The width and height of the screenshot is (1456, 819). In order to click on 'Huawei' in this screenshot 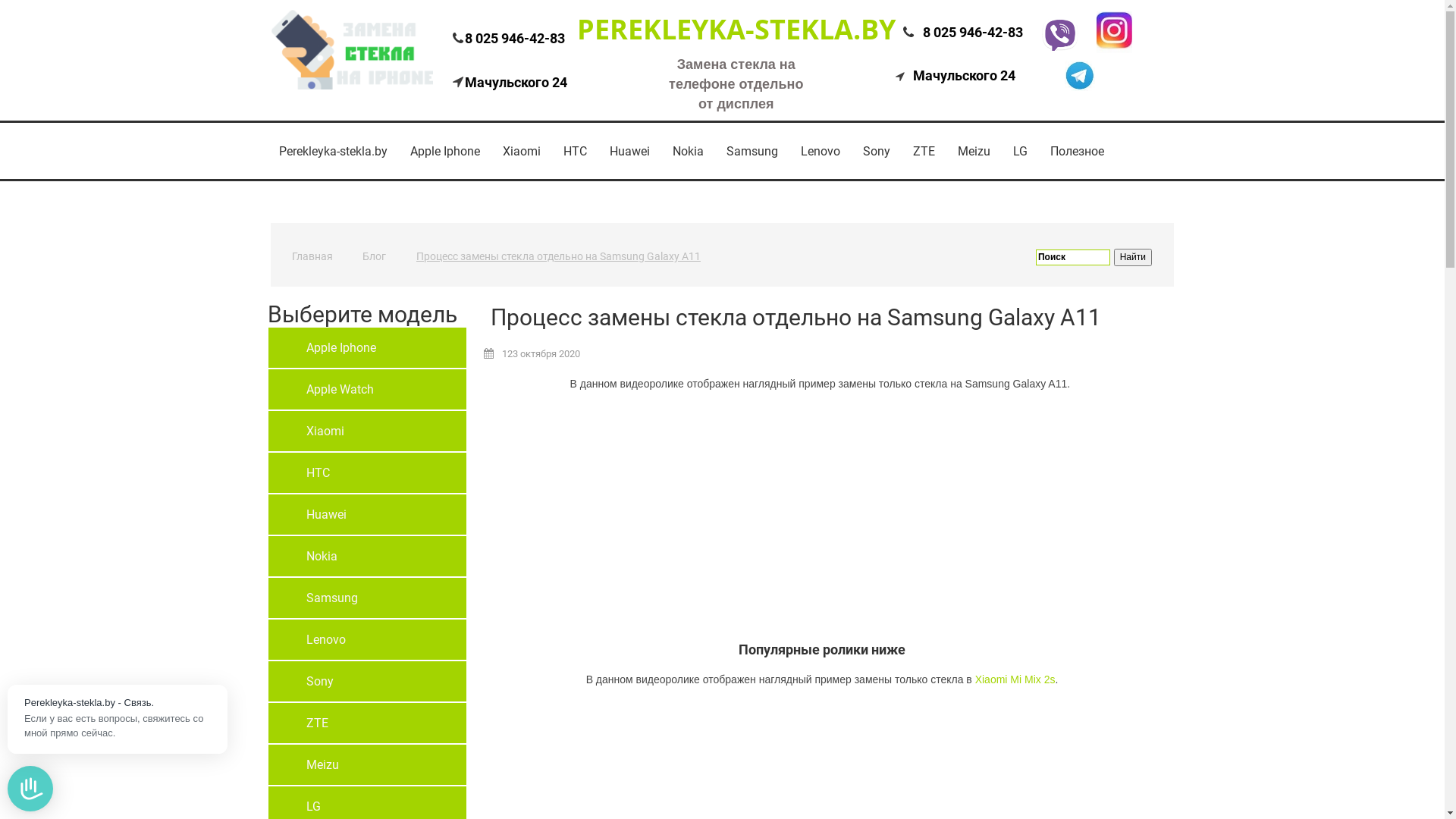, I will do `click(366, 513)`.